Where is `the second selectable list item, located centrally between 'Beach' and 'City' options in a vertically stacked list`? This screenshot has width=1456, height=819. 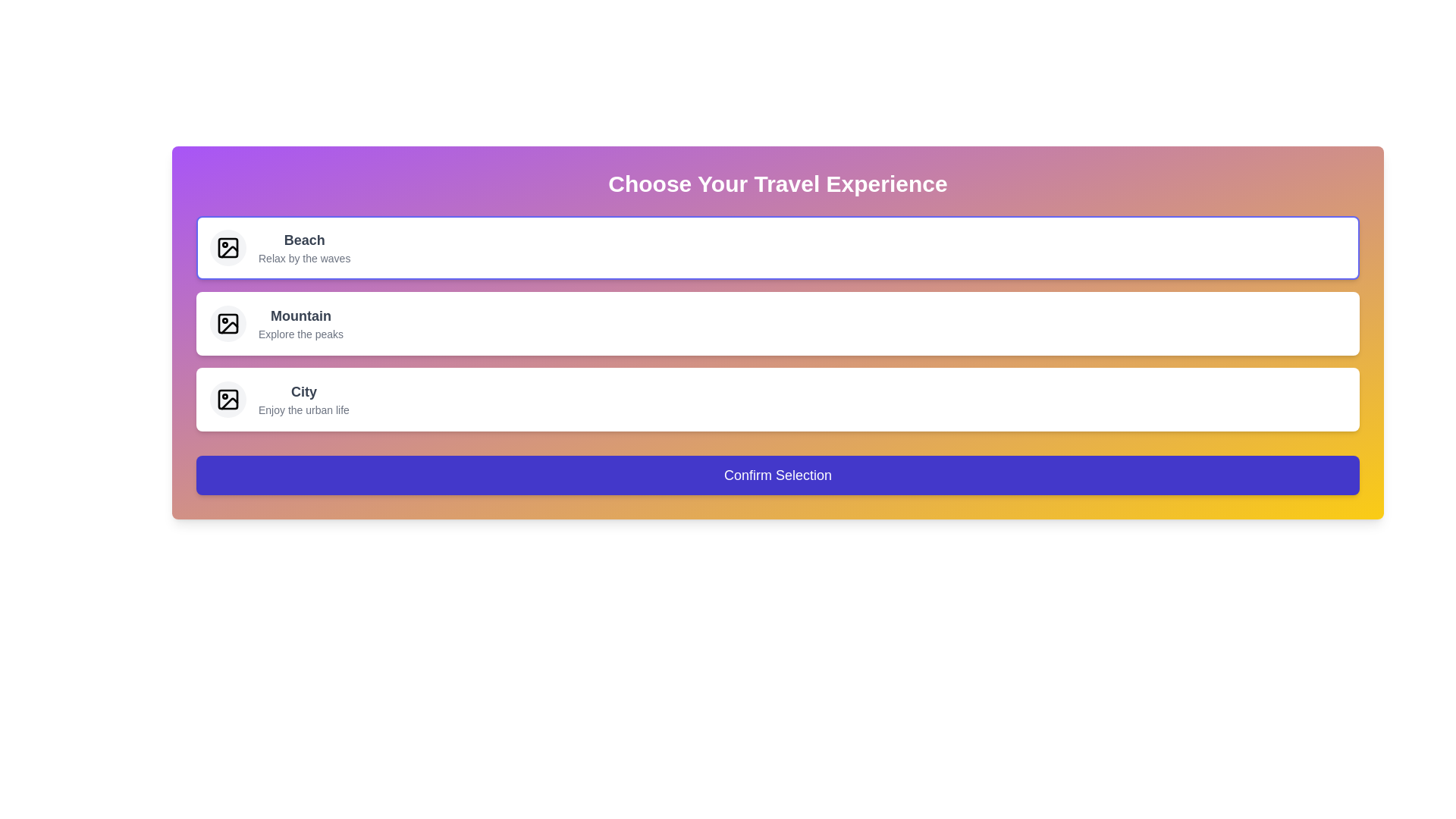 the second selectable list item, located centrally between 'Beach' and 'City' options in a vertically stacked list is located at coordinates (778, 323).